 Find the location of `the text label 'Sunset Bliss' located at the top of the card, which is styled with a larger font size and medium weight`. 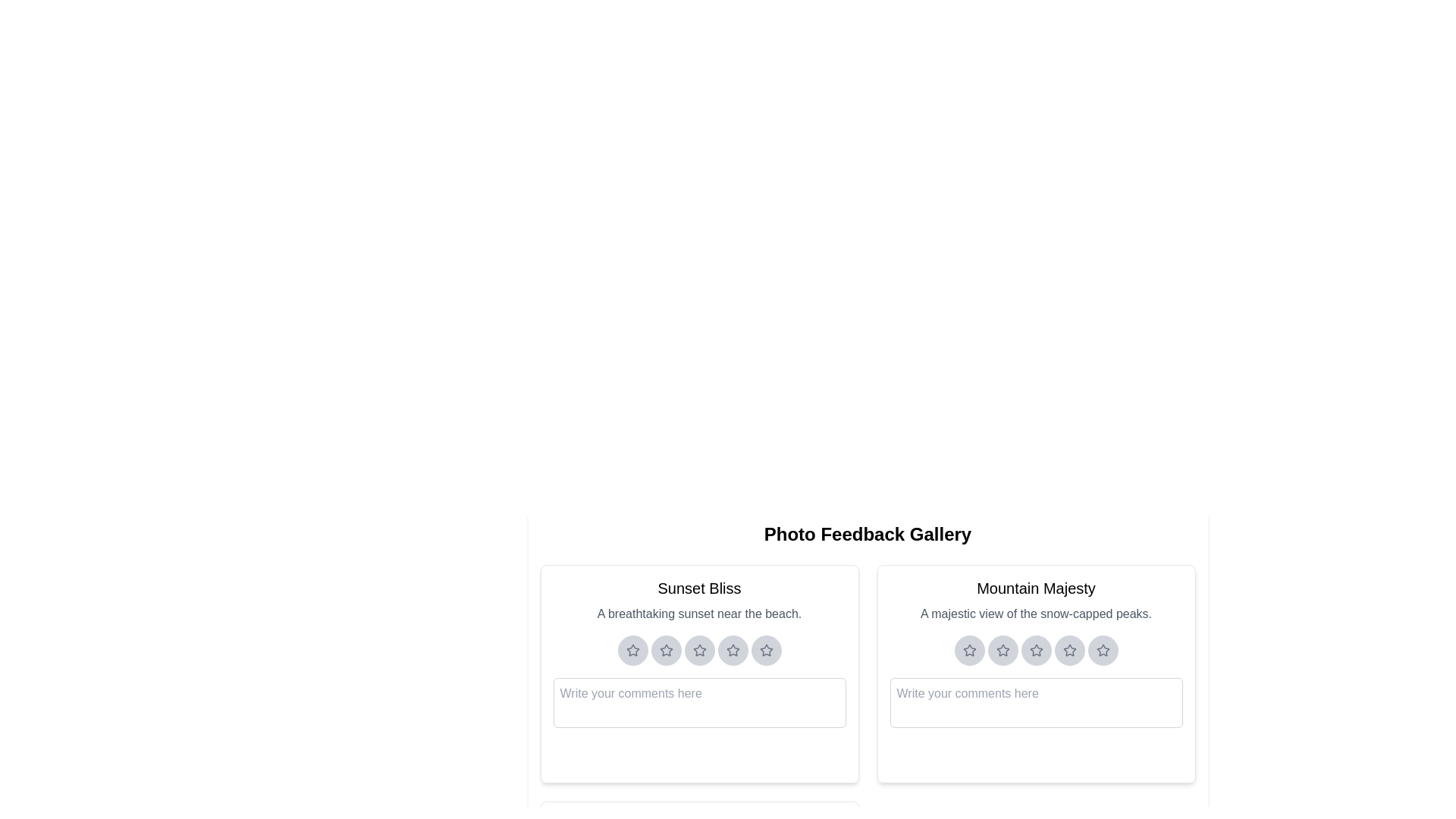

the text label 'Sunset Bliss' located at the top of the card, which is styled with a larger font size and medium weight is located at coordinates (698, 587).